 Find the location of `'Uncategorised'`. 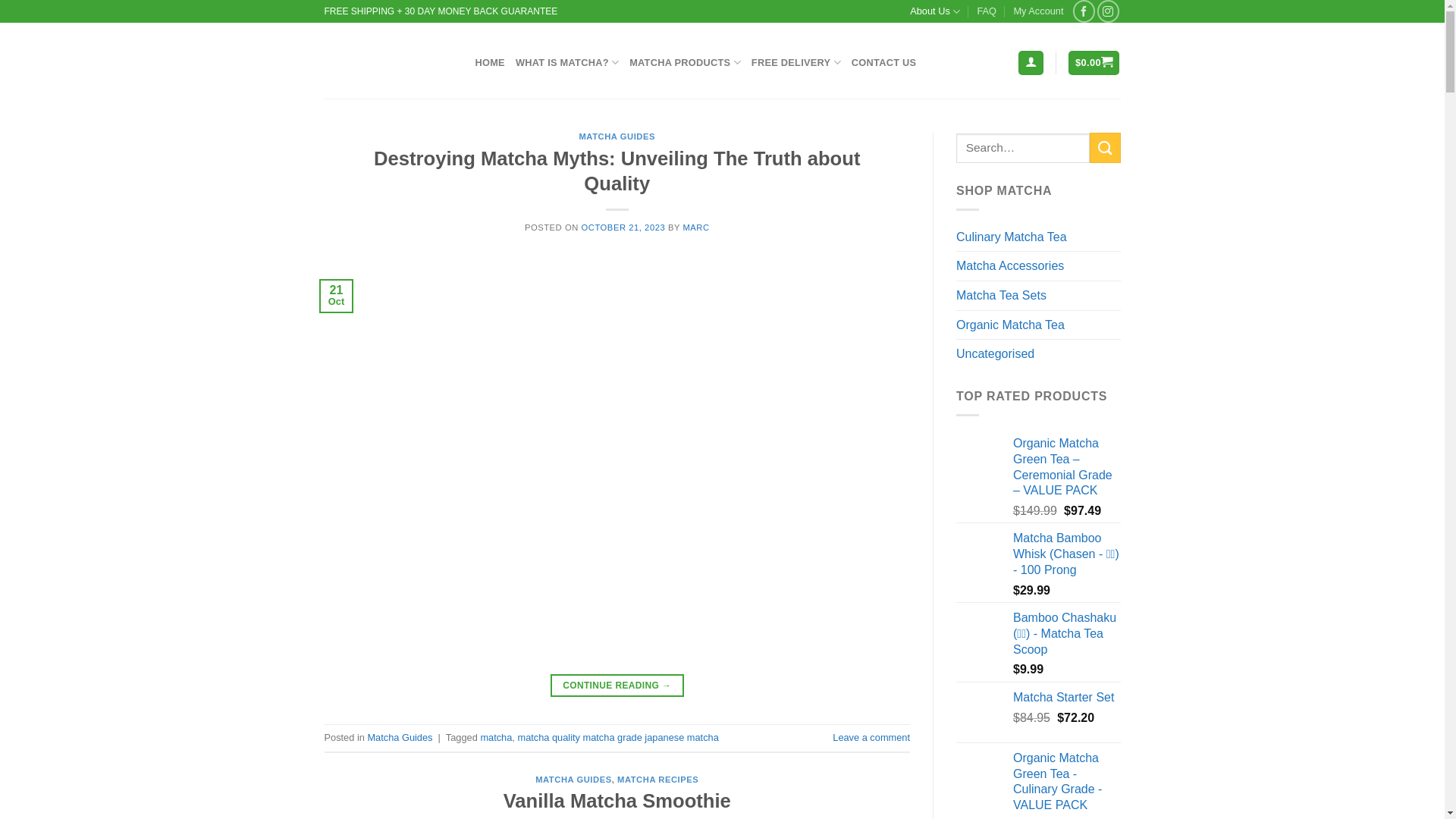

'Uncategorised' is located at coordinates (1037, 353).